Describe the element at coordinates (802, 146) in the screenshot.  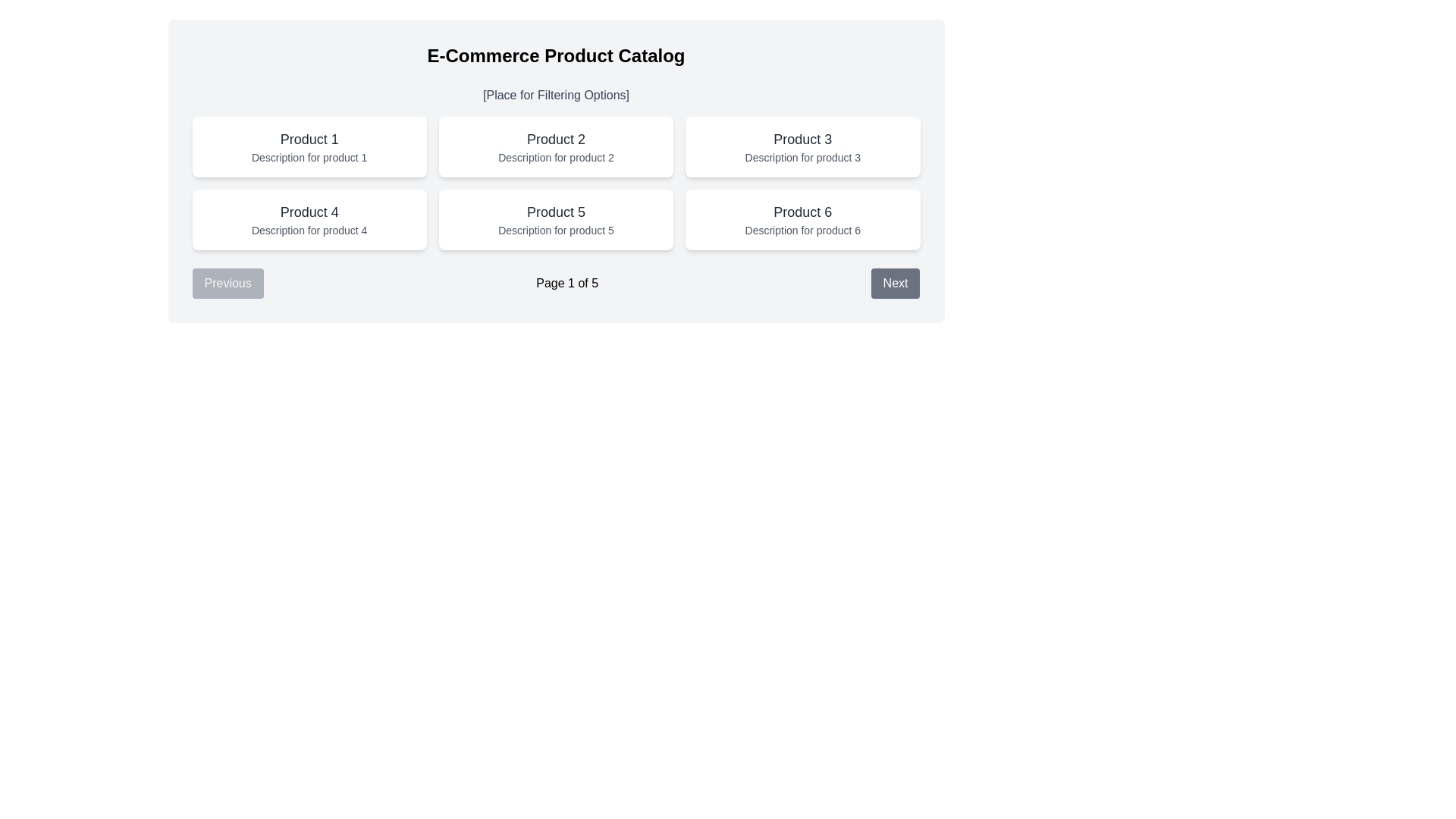
I see `the product entry card located in the upper-right section of the three-column grid` at that location.